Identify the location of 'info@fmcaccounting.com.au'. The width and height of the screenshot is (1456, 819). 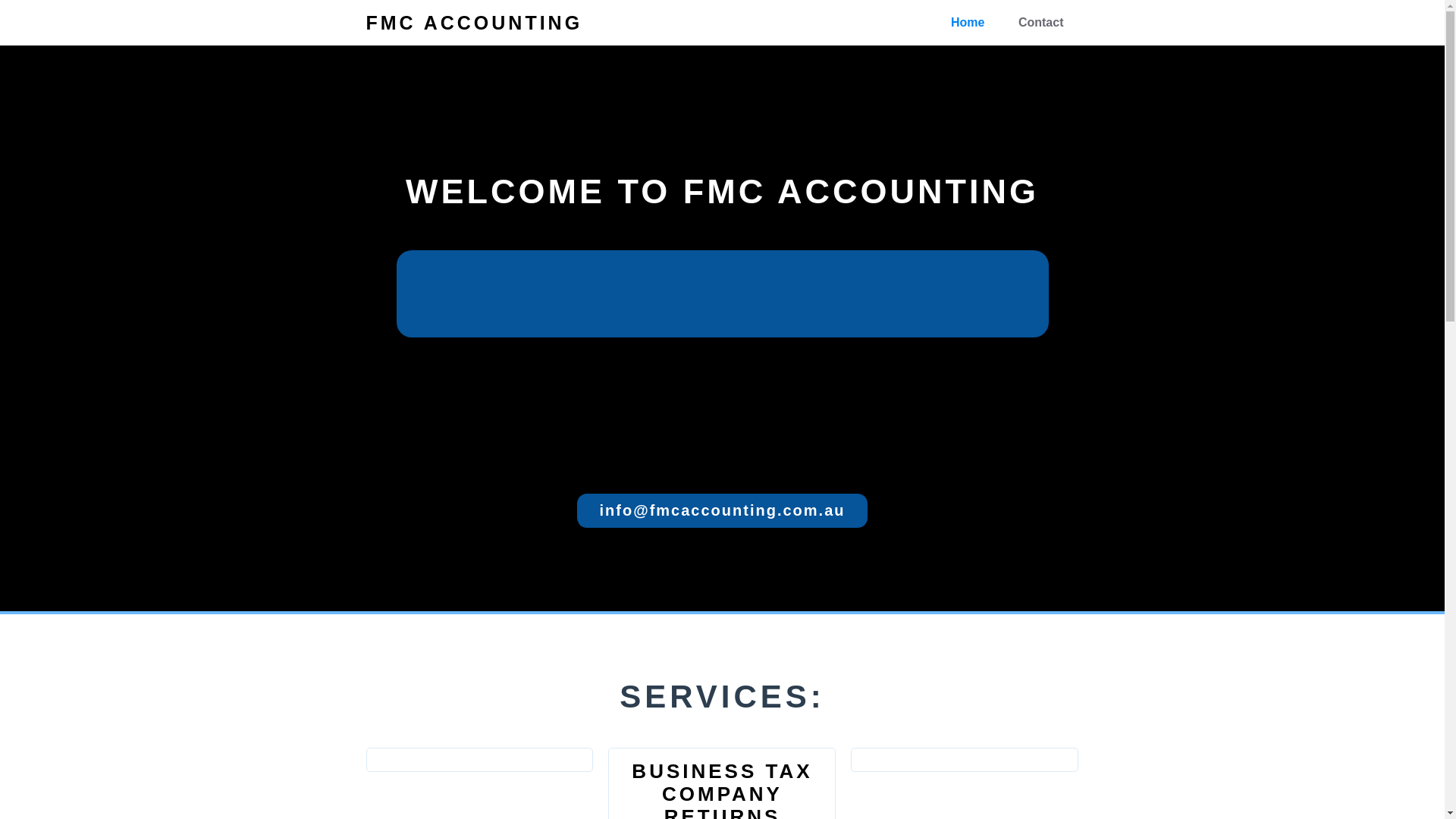
(722, 510).